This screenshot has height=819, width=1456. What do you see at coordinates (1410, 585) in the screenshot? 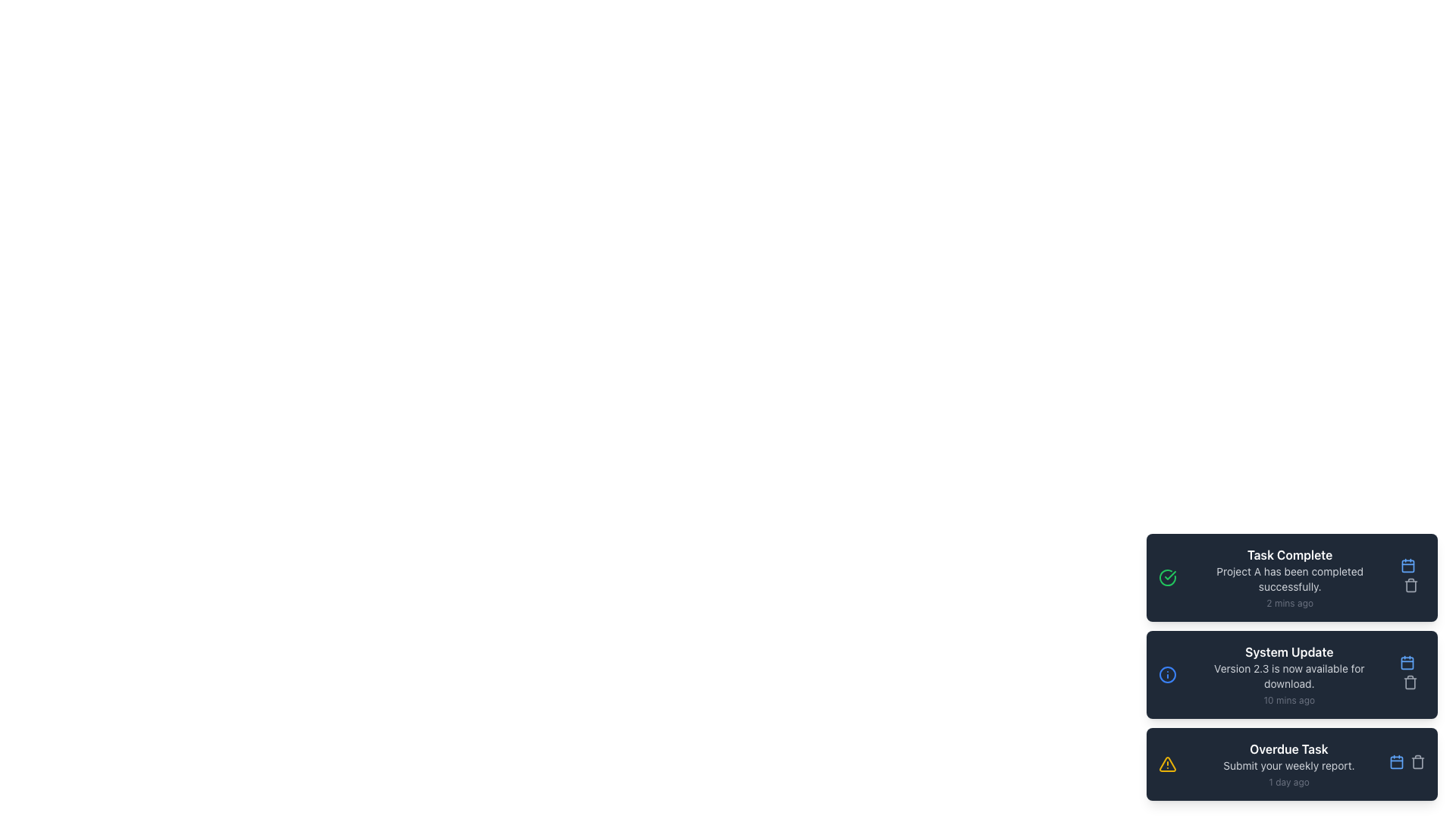
I see `the red rectangular button with rounded corners featuring a trash can icon, located on the far-right edge of the 'Task Complete' notification section` at bounding box center [1410, 585].